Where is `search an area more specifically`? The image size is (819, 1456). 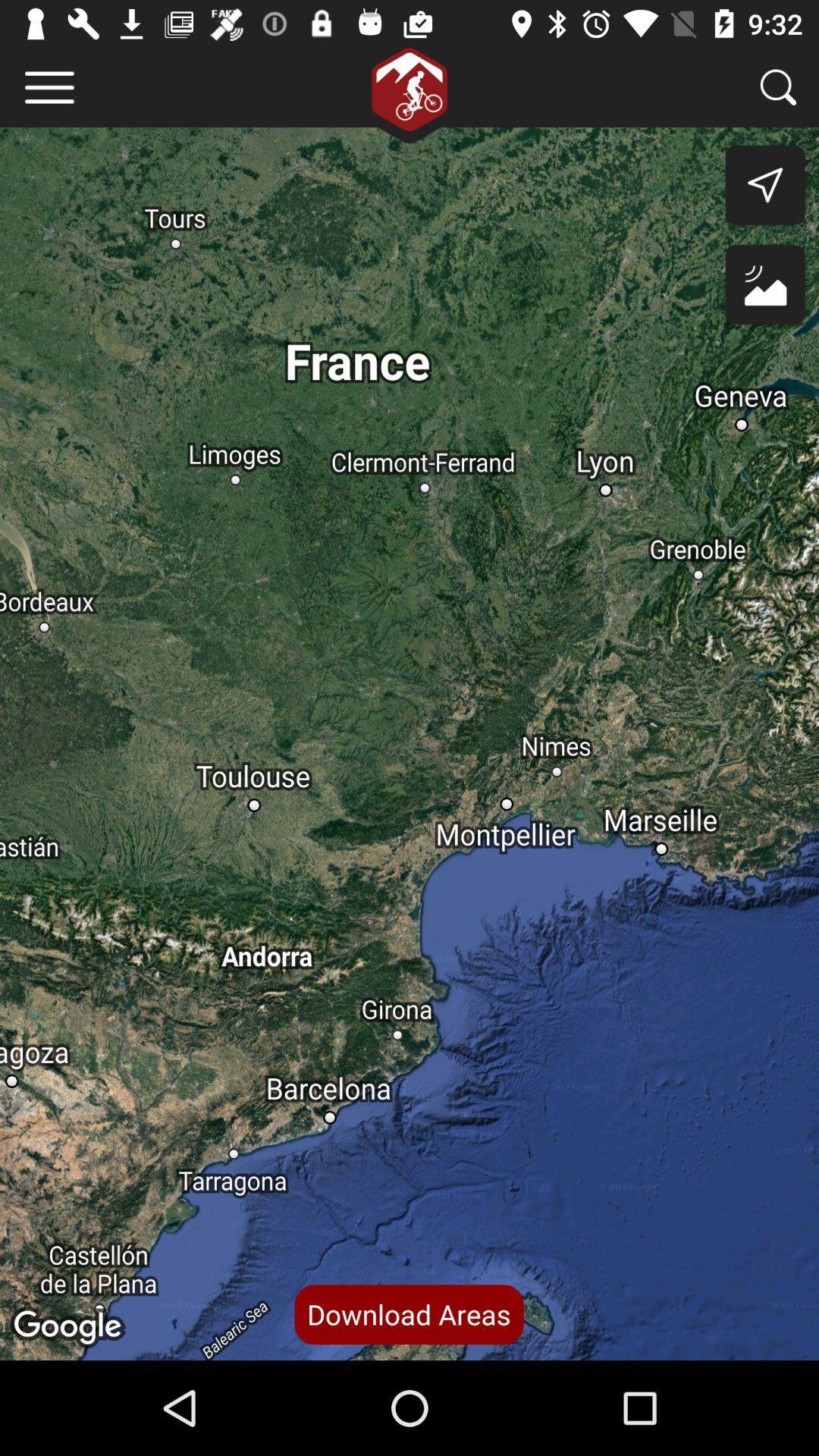 search an area more specifically is located at coordinates (778, 86).